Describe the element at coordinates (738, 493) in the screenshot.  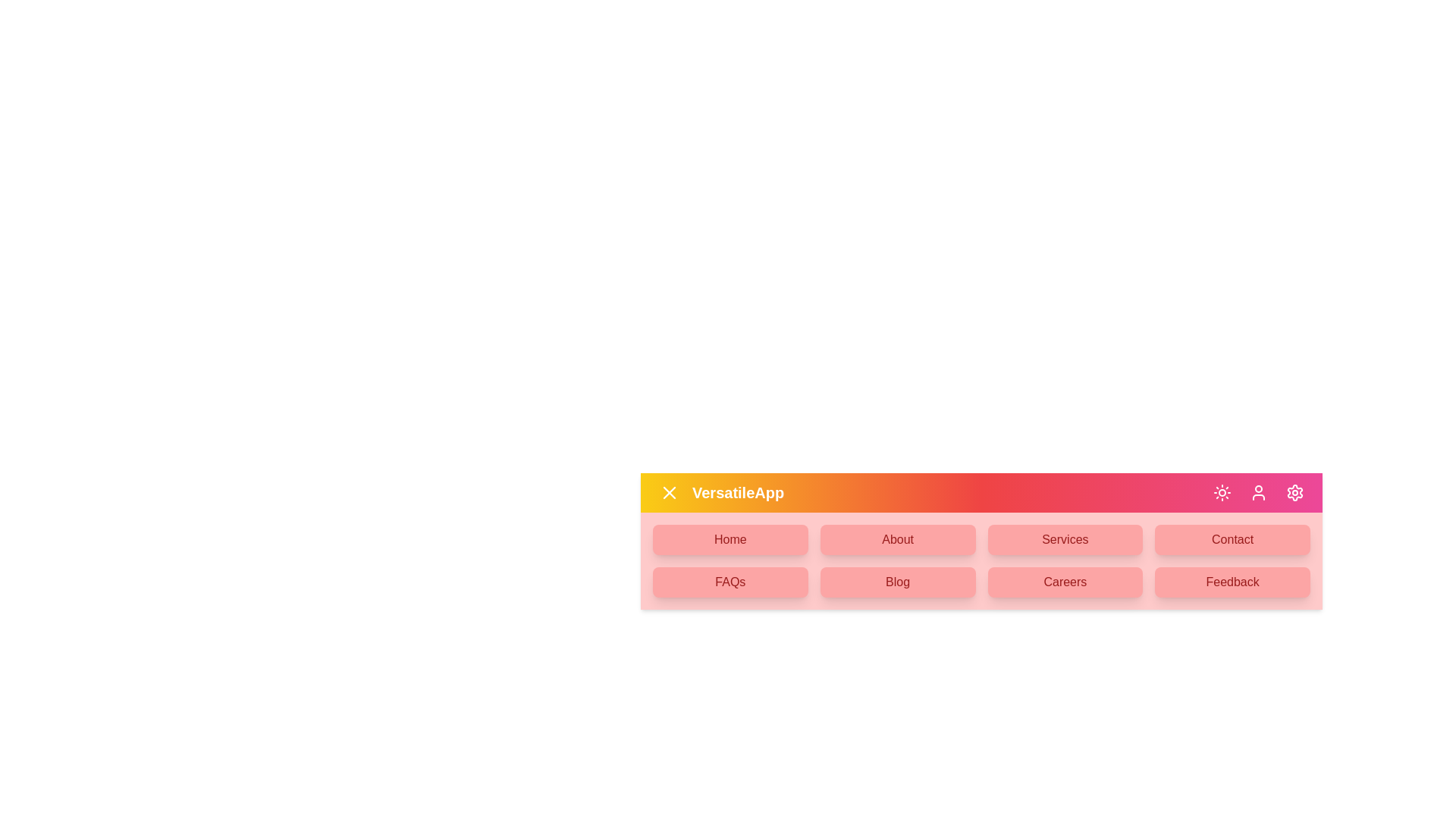
I see `the text 'VersatileApp' to view its details or functionality` at that location.